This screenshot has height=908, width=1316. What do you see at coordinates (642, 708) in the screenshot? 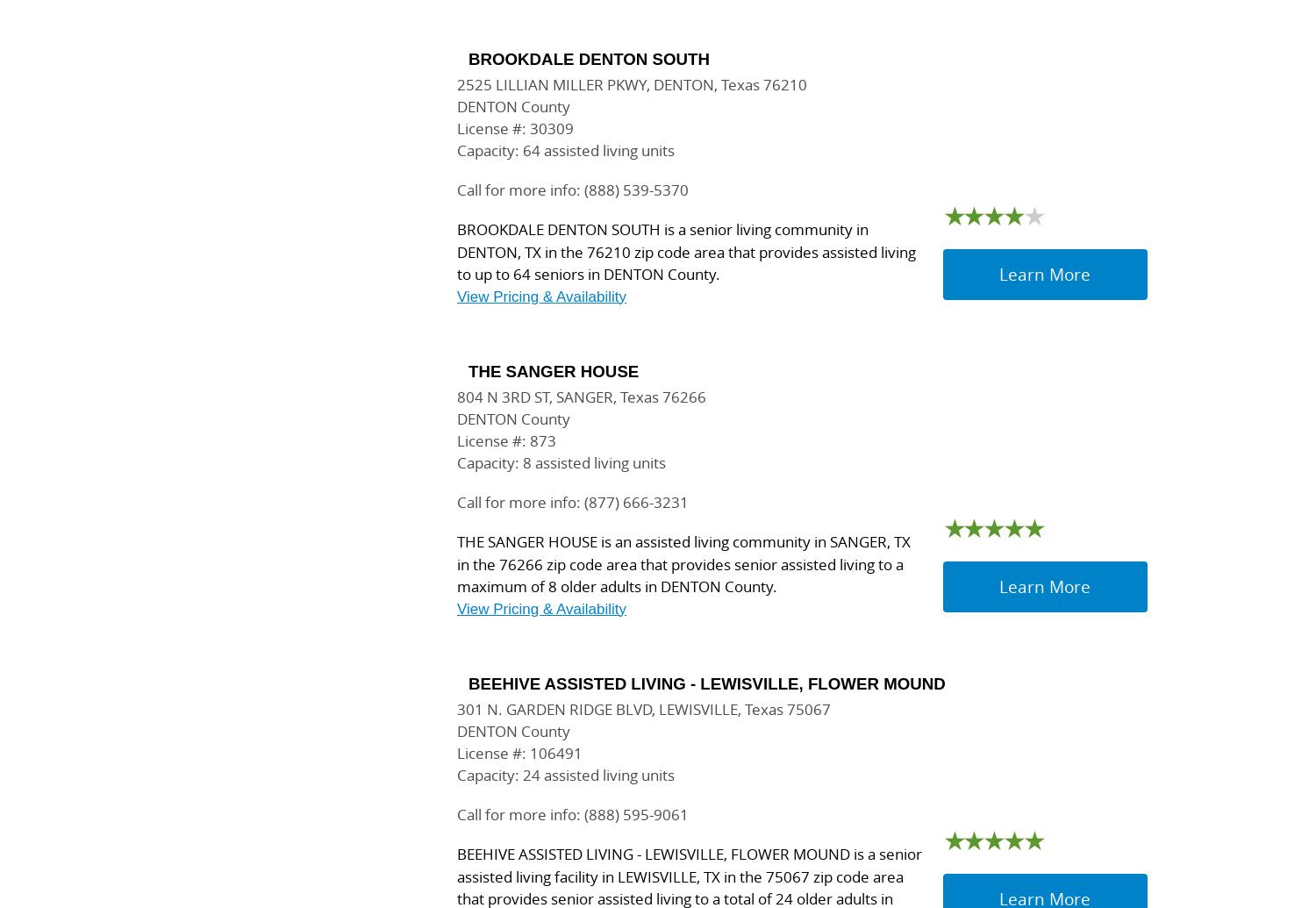
I see `'301 N. GARDEN RIDGE BLVD, LEWISVILLE, Texas 75067'` at bounding box center [642, 708].